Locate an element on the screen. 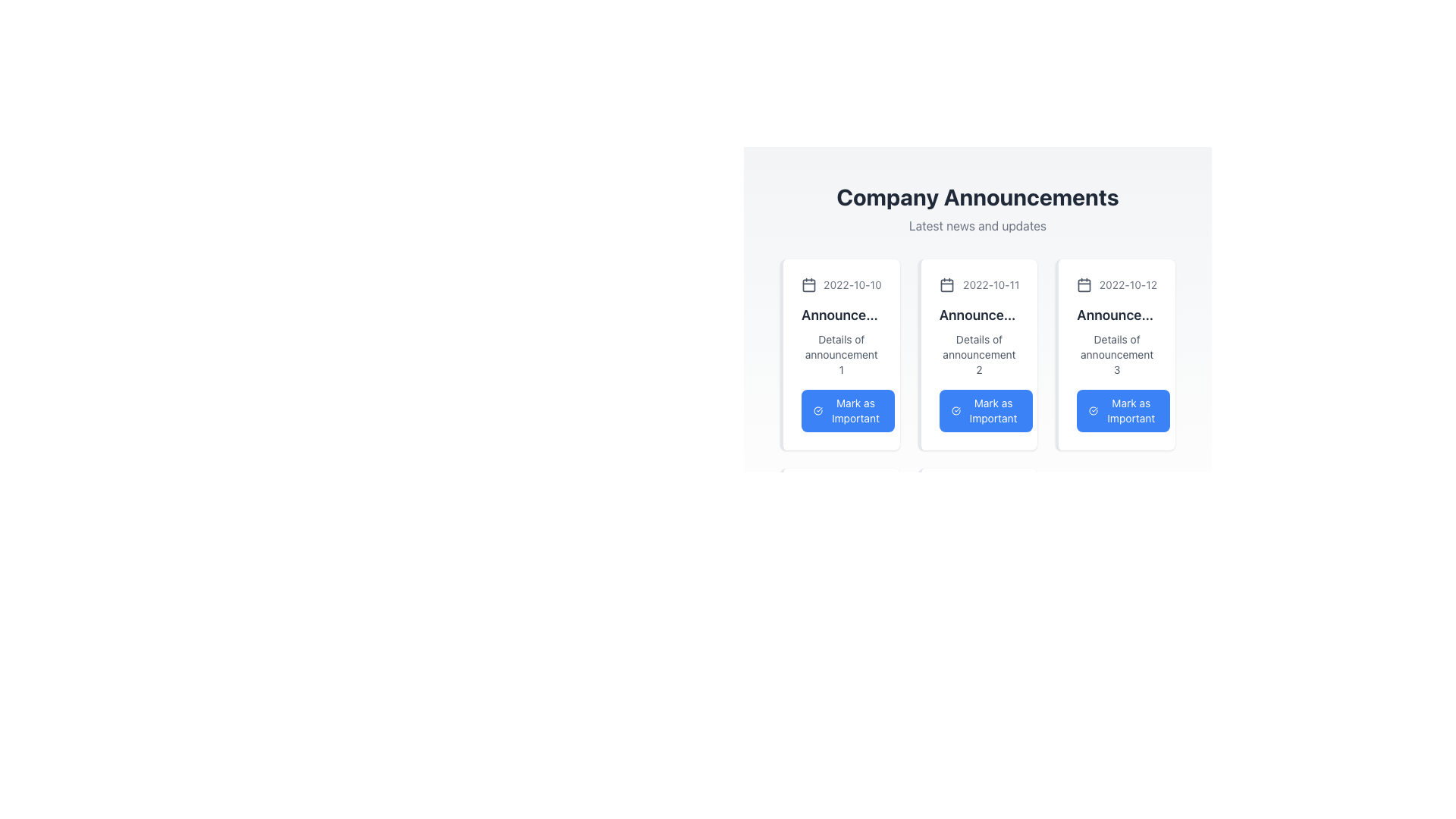 Image resolution: width=1456 pixels, height=819 pixels. date displayed in the text element showing '2022-10-11' located in the top section of the second card in a horizontally aligned grid of three cards is located at coordinates (991, 284).